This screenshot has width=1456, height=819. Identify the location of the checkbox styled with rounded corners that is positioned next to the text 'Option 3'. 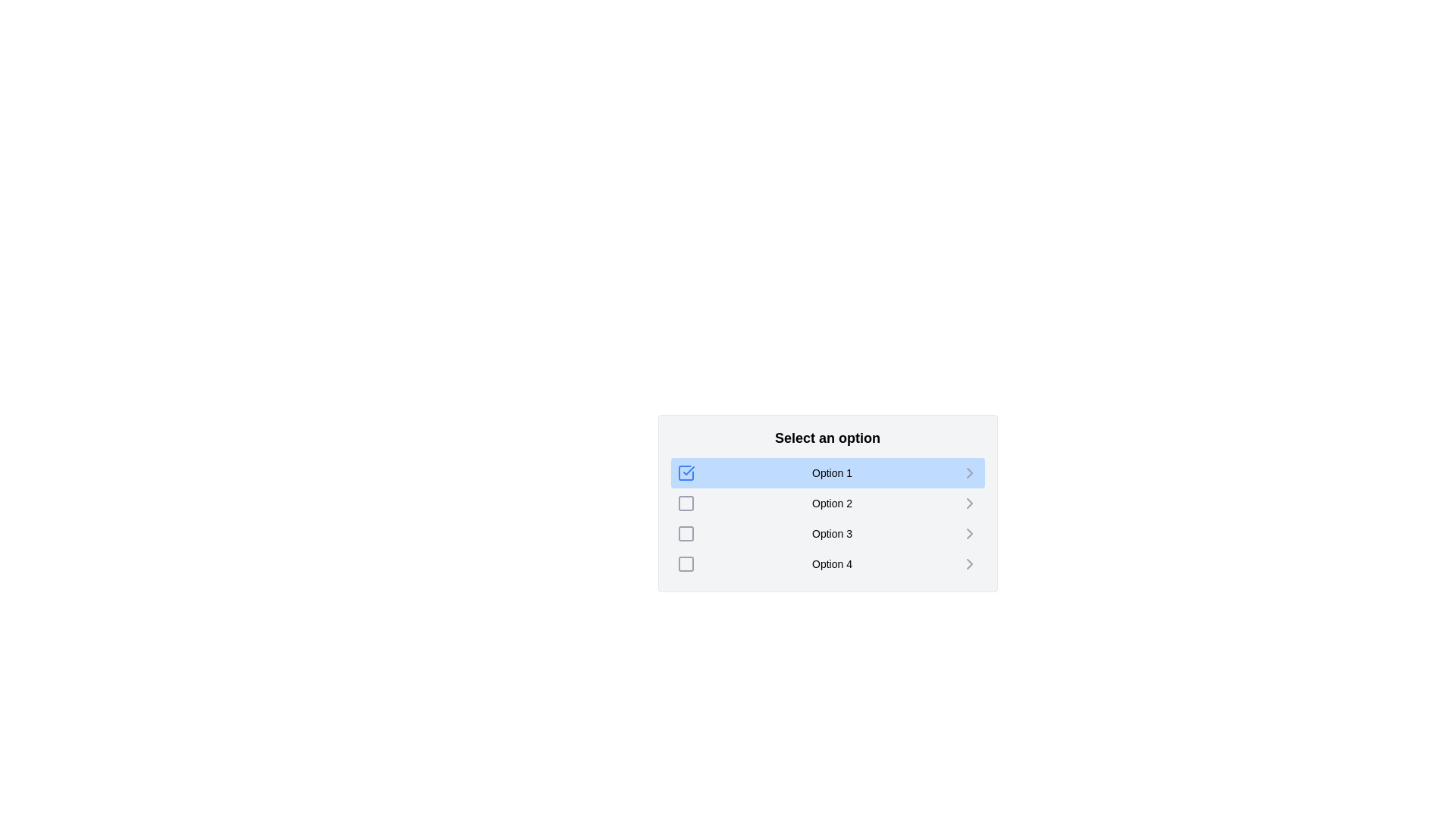
(685, 533).